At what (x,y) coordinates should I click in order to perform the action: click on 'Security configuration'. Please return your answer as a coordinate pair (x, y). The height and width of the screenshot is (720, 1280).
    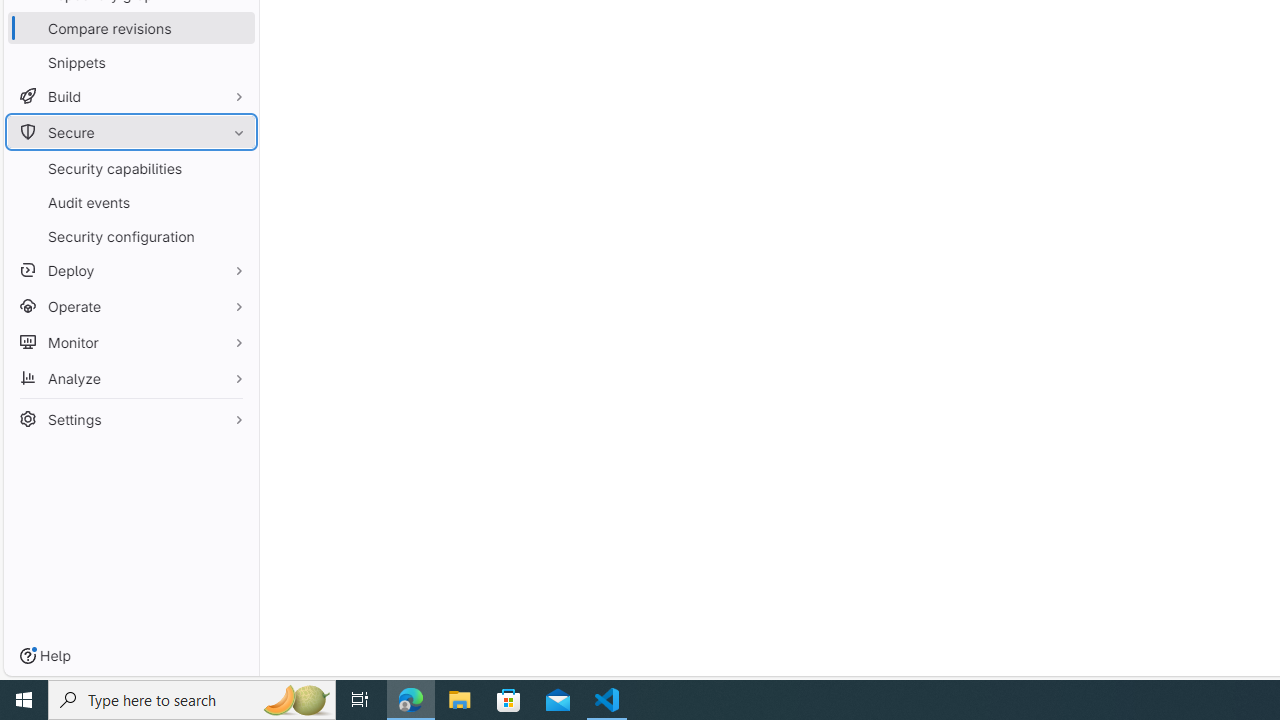
    Looking at the image, I should click on (130, 235).